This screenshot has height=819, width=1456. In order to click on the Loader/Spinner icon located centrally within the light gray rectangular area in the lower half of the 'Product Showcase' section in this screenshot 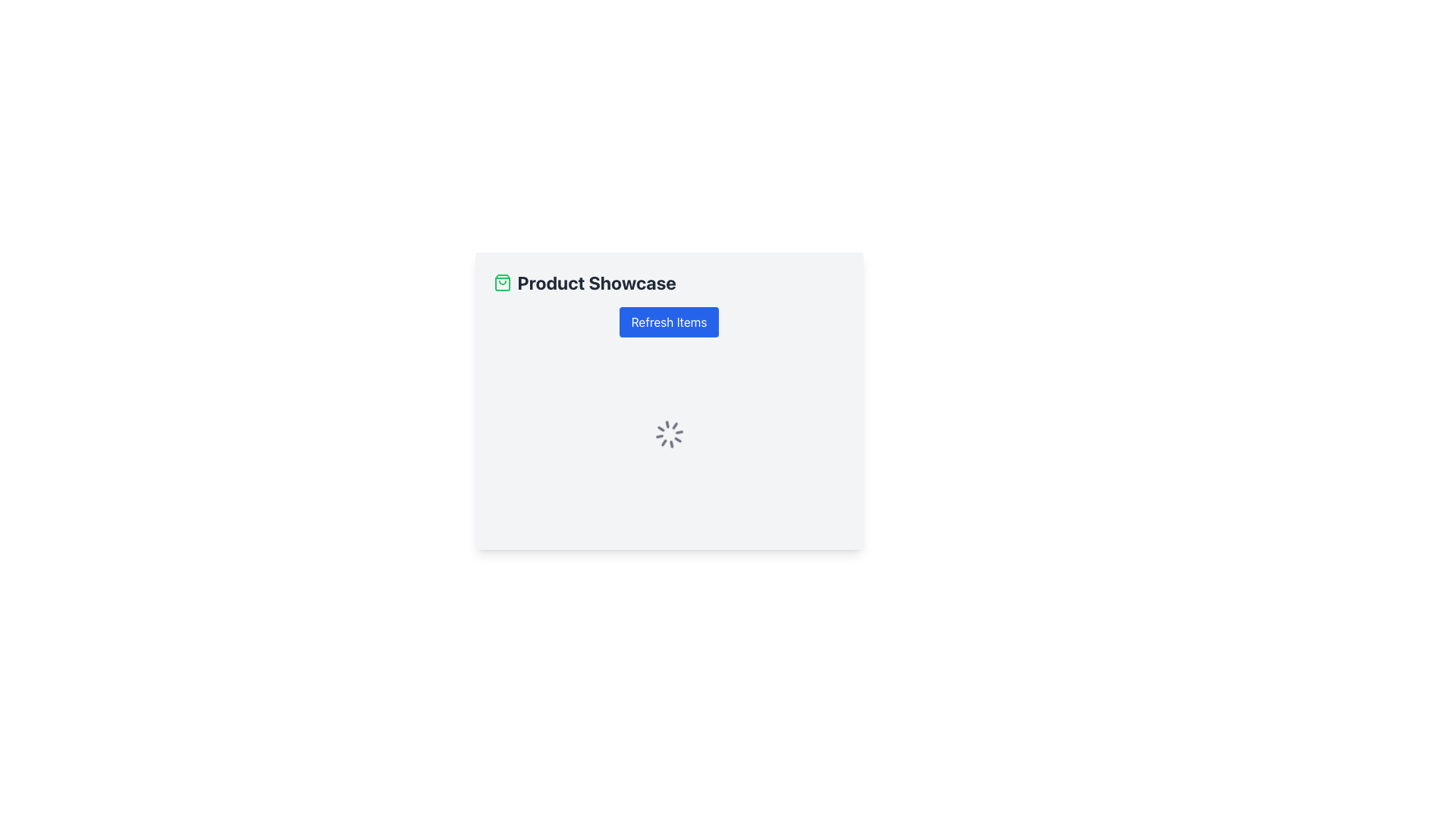, I will do `click(668, 435)`.